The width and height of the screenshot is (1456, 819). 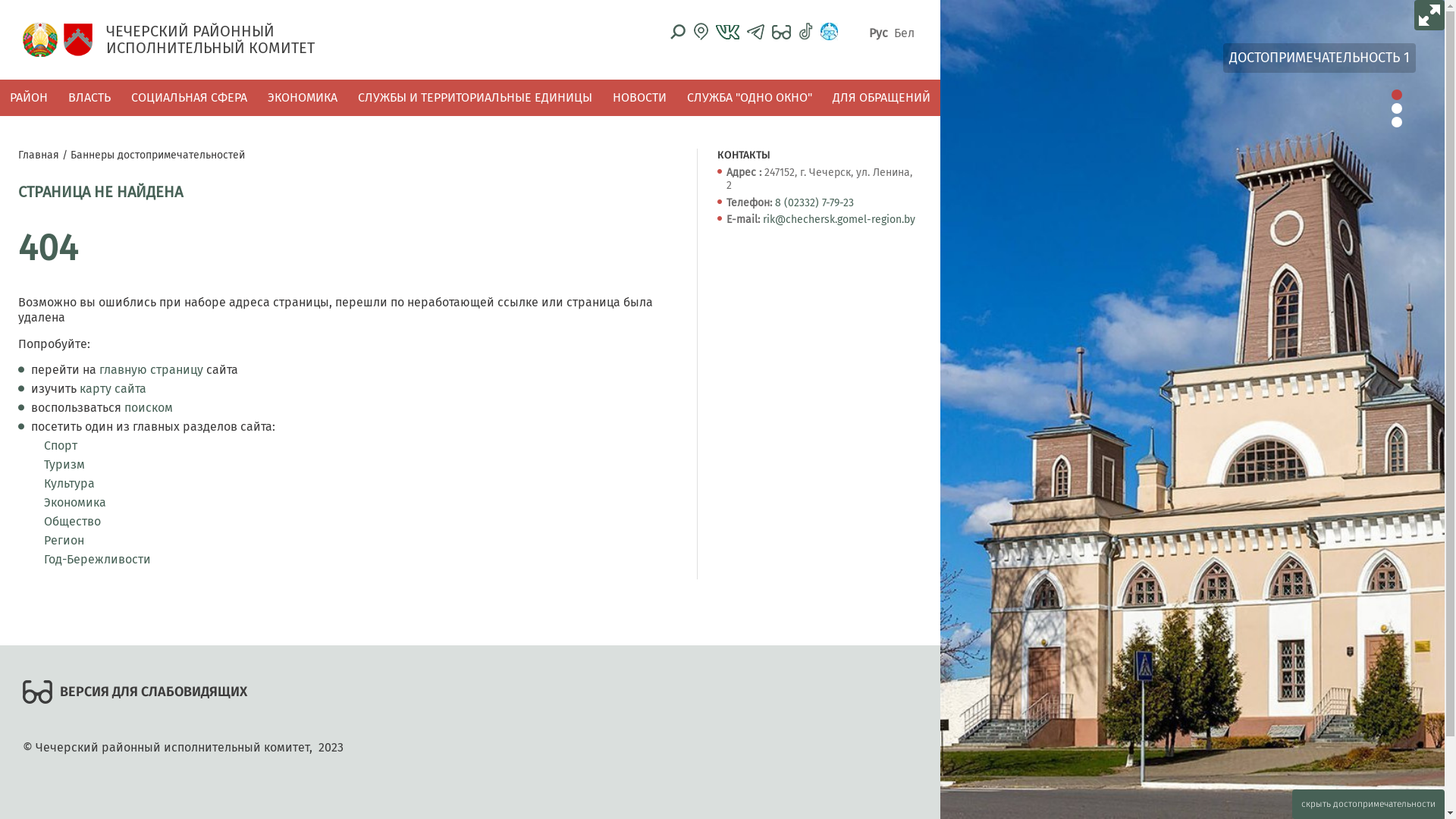 What do you see at coordinates (775, 202) in the screenshot?
I see `'8 (02332) 7-79-23'` at bounding box center [775, 202].